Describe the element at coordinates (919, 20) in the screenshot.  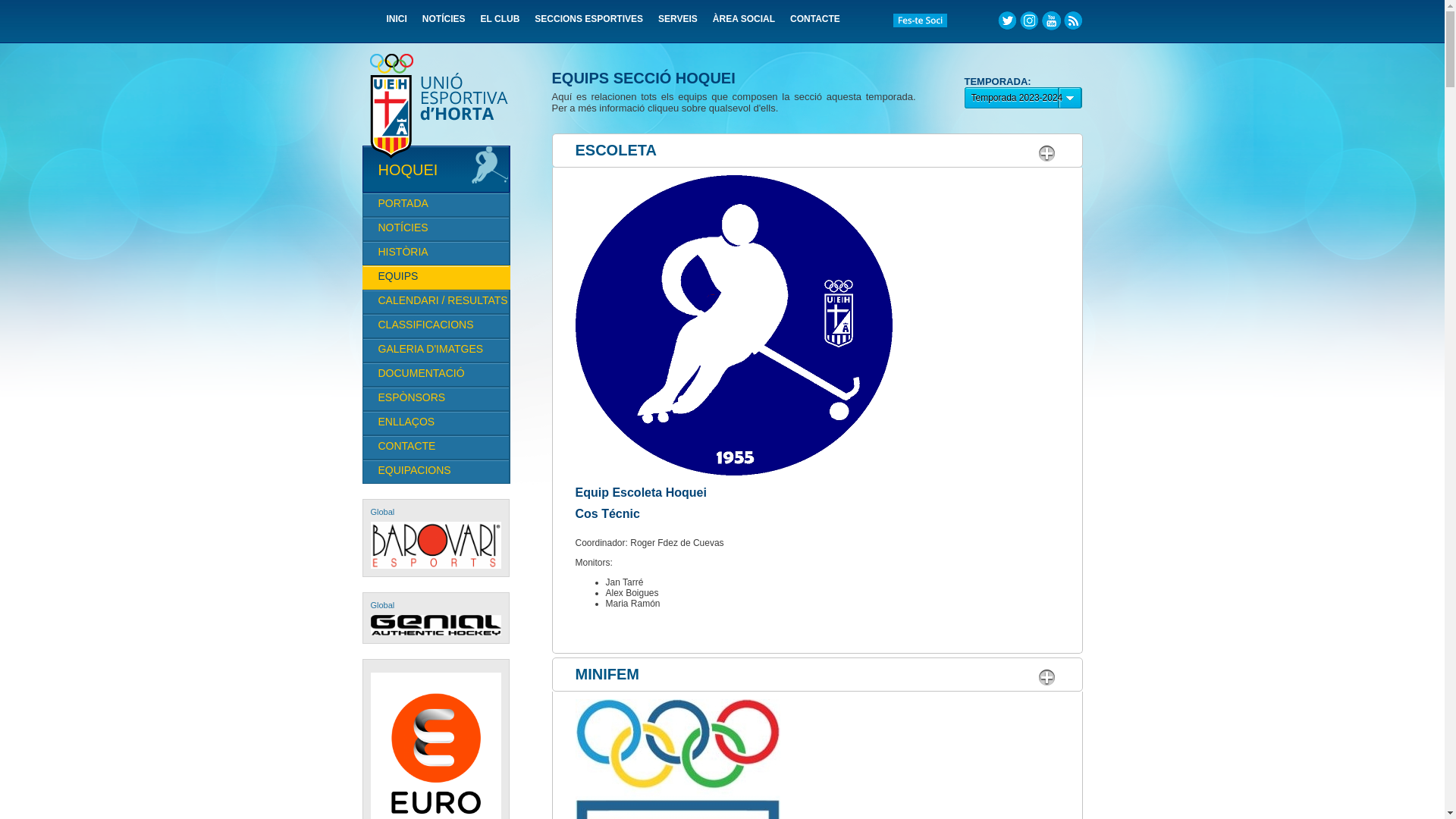
I see `'Fes-te soci'` at that location.